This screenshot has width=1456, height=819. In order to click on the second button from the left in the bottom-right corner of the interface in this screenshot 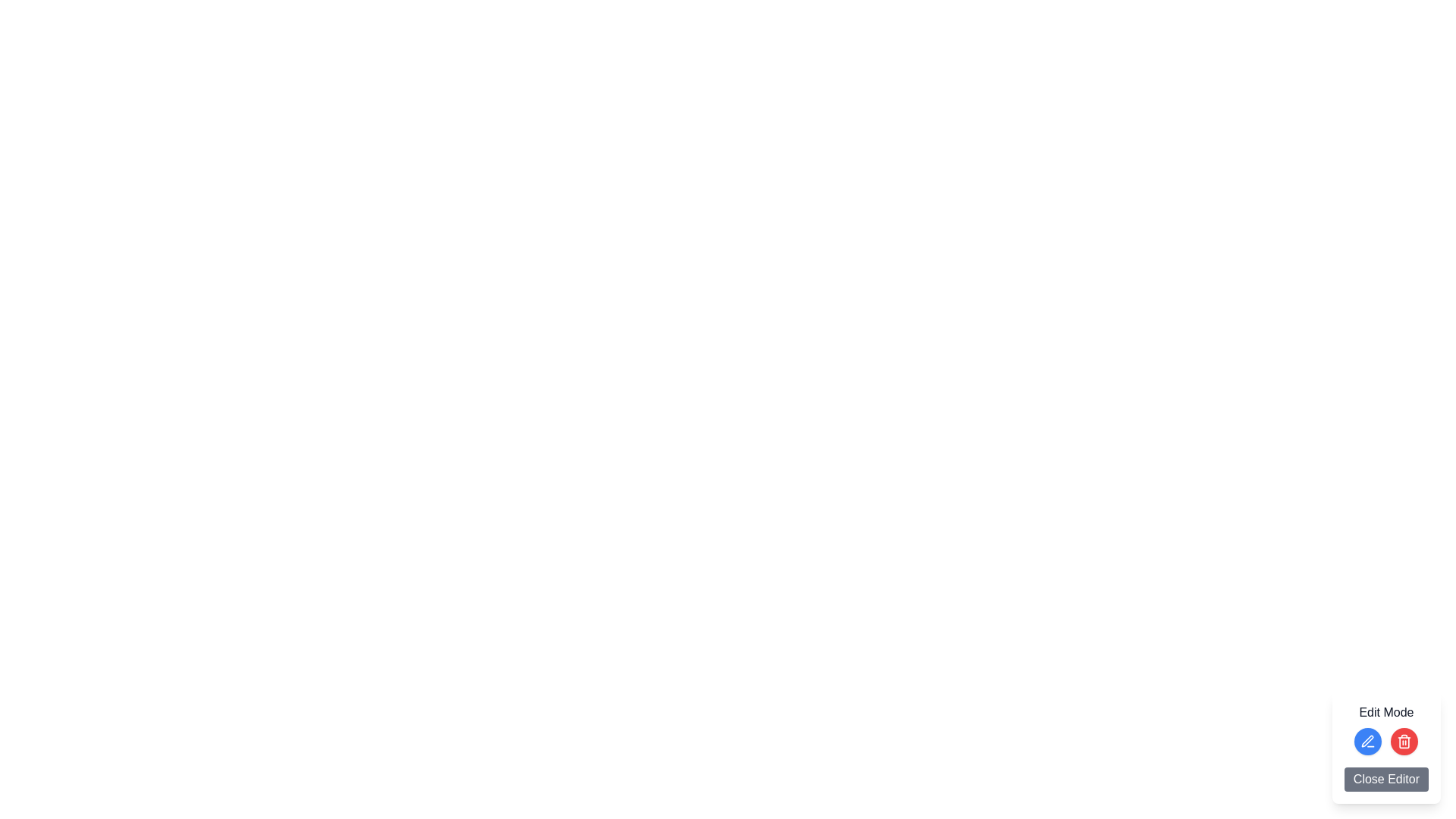, I will do `click(1404, 741)`.